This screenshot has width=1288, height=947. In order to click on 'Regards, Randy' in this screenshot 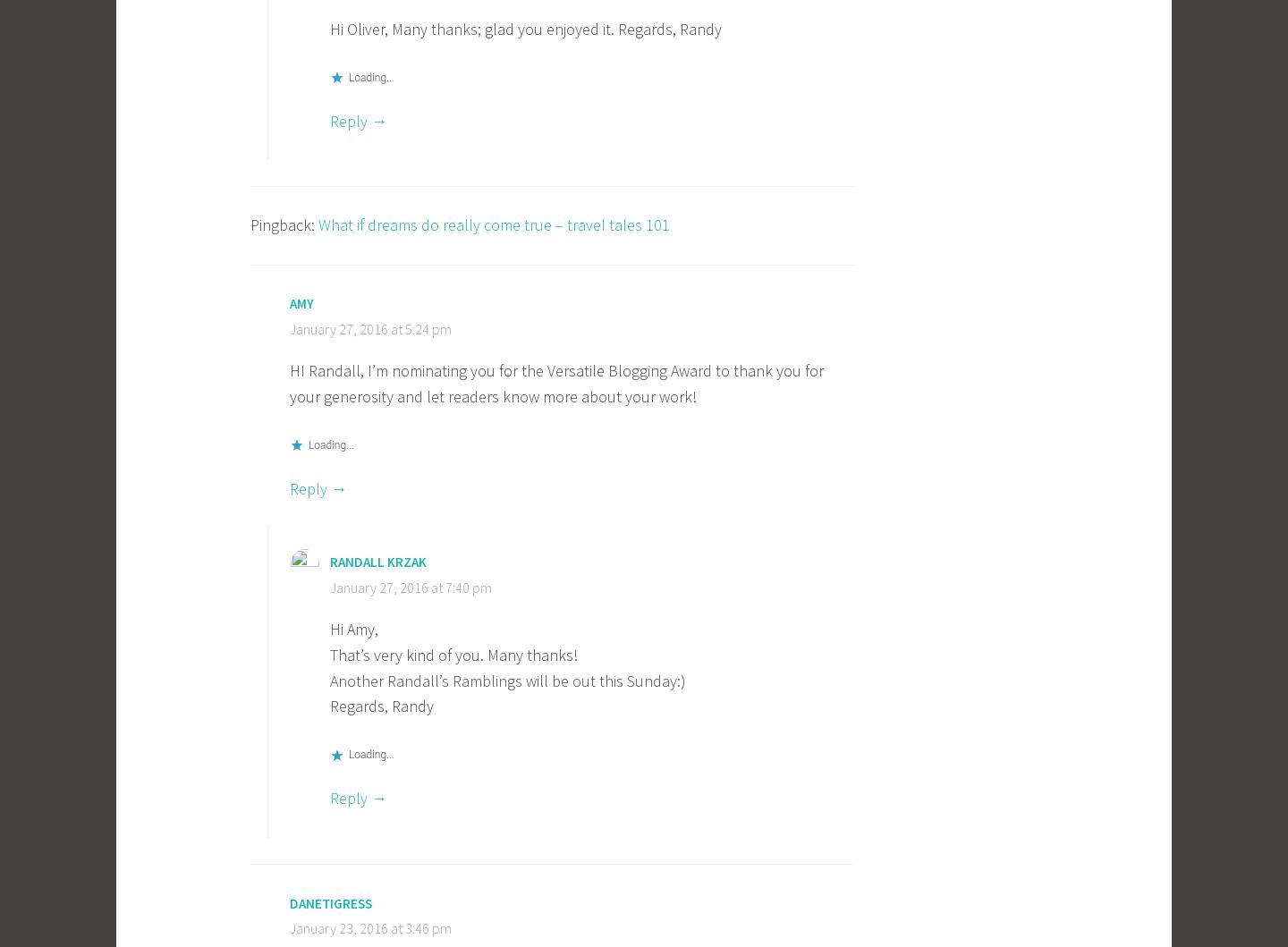, I will do `click(328, 705)`.